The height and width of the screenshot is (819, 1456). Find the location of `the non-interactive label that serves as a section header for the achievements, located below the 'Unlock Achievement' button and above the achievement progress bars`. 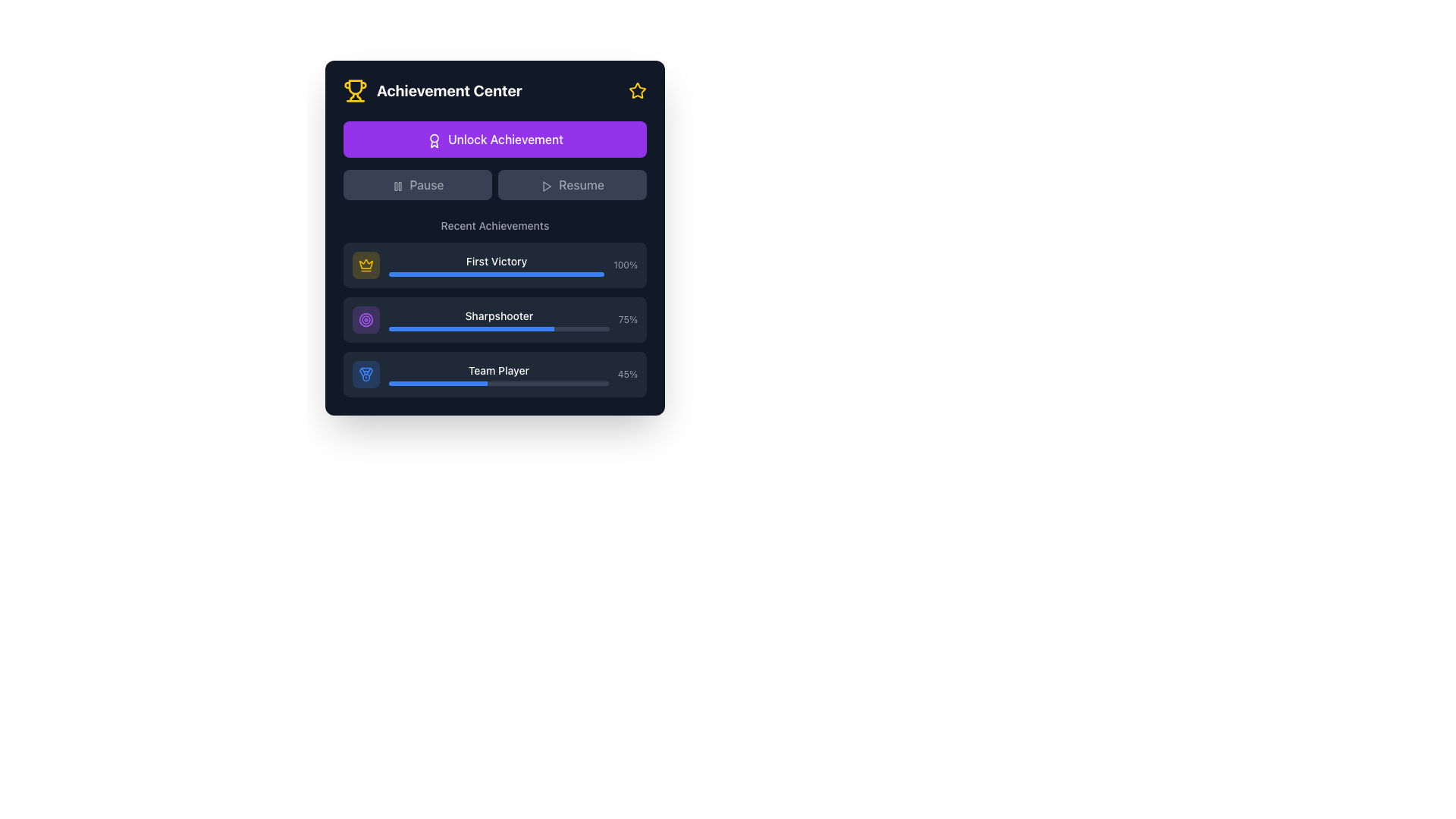

the non-interactive label that serves as a section header for the achievements, located below the 'Unlock Achievement' button and above the achievement progress bars is located at coordinates (494, 225).